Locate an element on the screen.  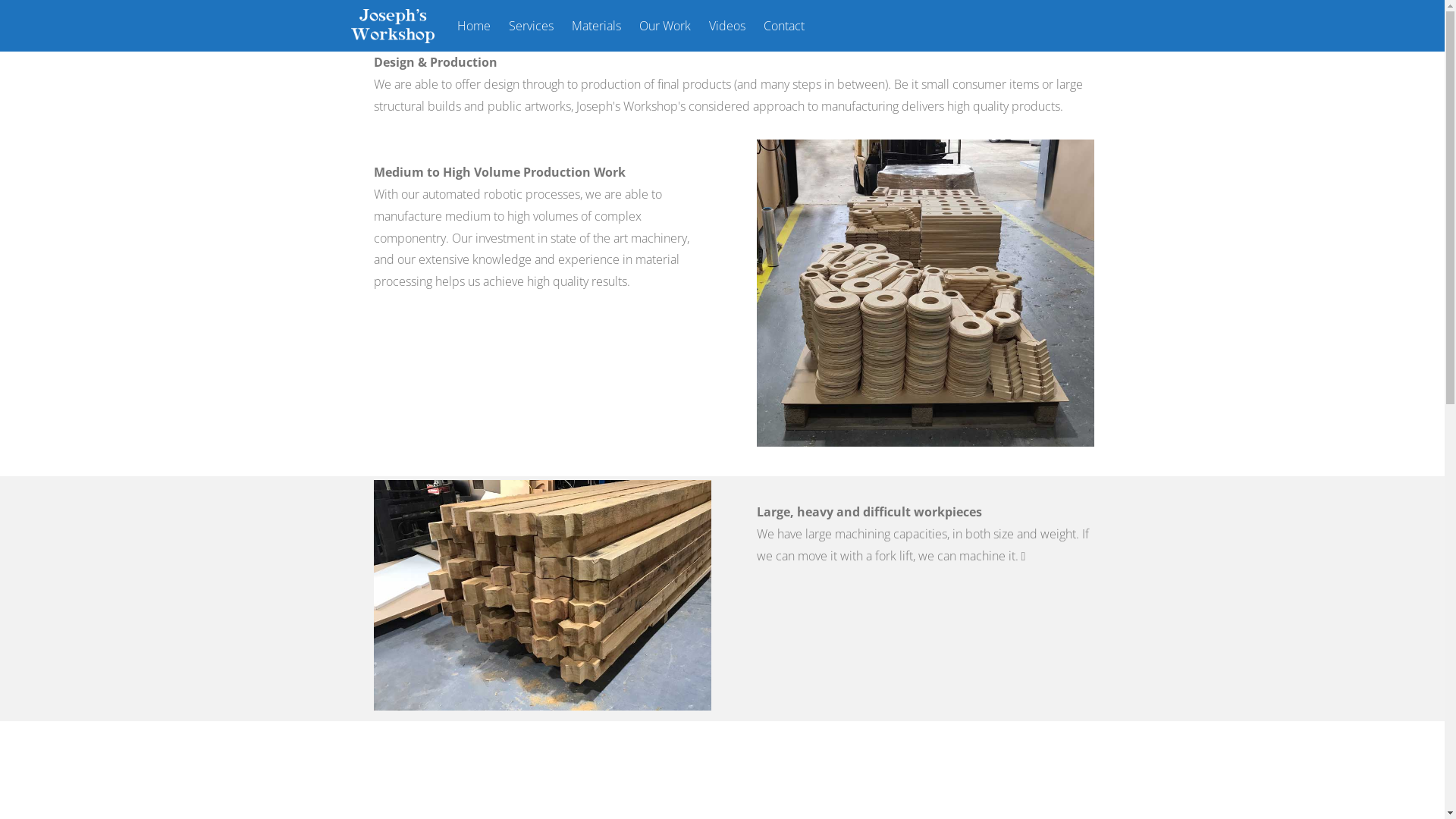
'Our Work' is located at coordinates (665, 26).